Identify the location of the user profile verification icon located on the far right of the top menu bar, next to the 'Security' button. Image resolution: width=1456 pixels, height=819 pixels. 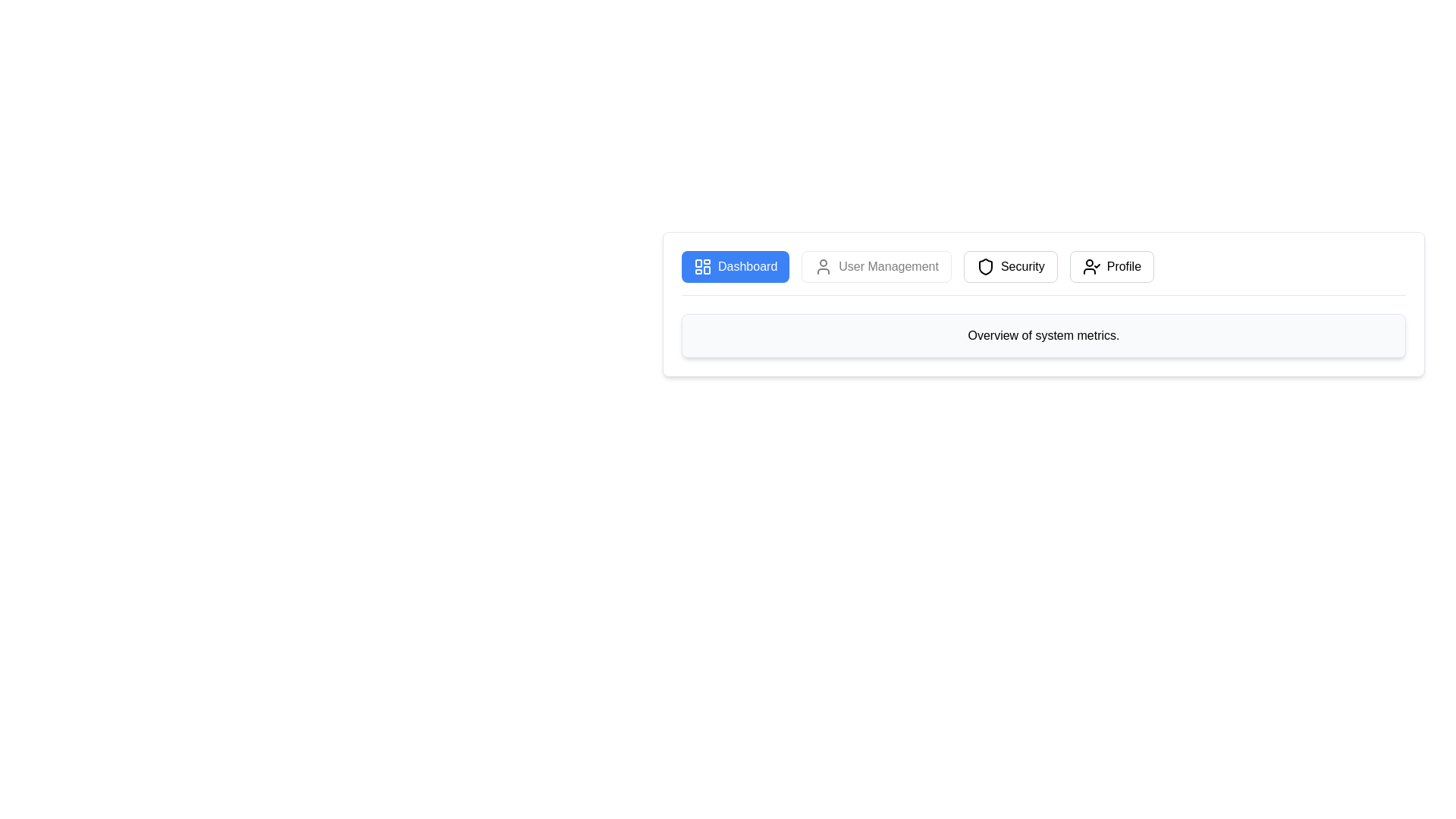
(1090, 265).